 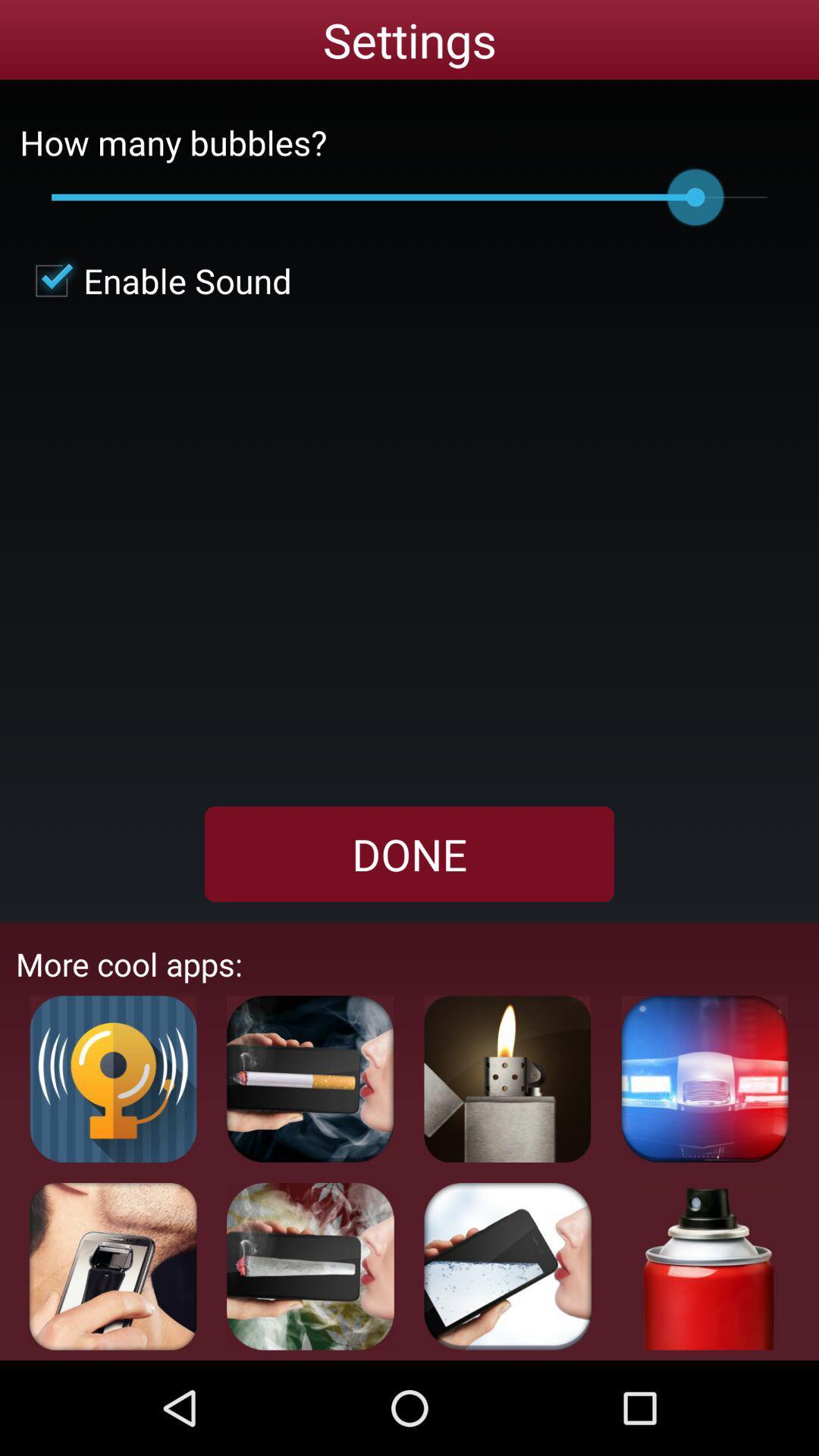 I want to click on item at the top left corner, so click(x=155, y=281).